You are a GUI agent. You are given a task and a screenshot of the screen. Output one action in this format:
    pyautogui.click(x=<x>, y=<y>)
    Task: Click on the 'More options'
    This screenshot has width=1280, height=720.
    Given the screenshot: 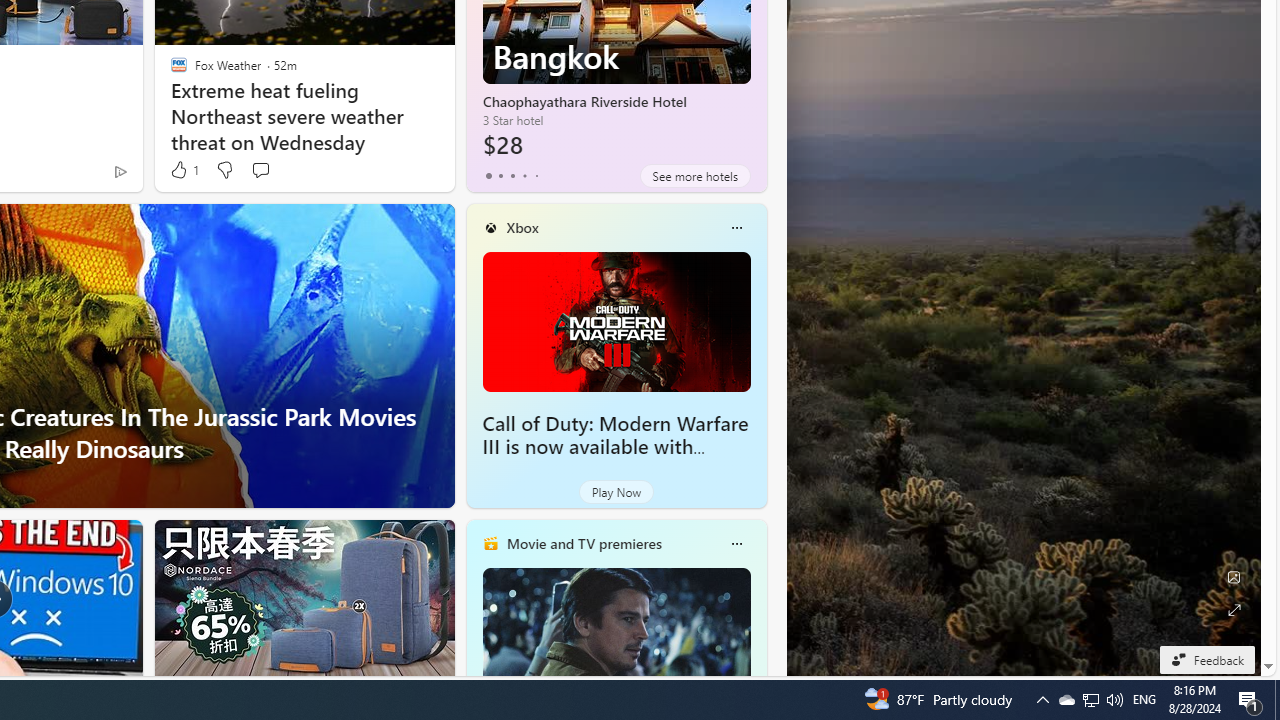 What is the action you would take?
    pyautogui.click(x=735, y=543)
    